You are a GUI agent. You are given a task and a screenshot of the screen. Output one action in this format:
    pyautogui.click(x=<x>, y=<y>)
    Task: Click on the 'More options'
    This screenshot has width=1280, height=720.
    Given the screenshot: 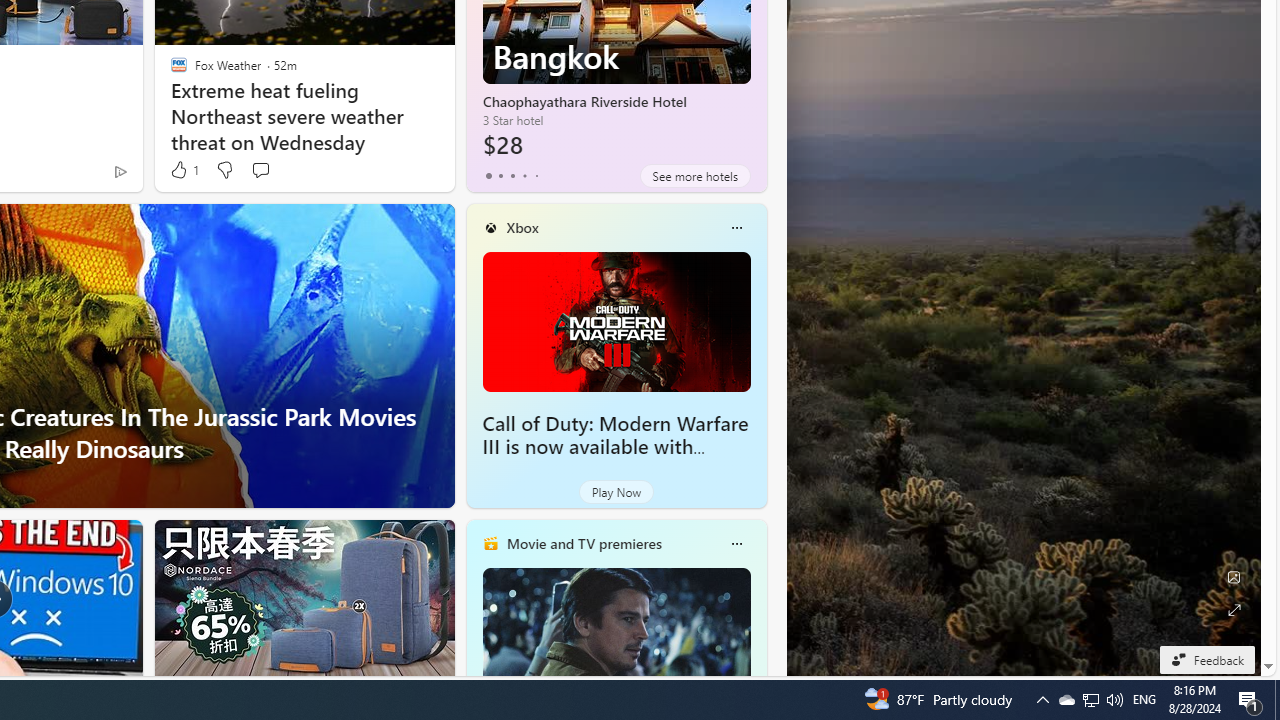 What is the action you would take?
    pyautogui.click(x=735, y=543)
    